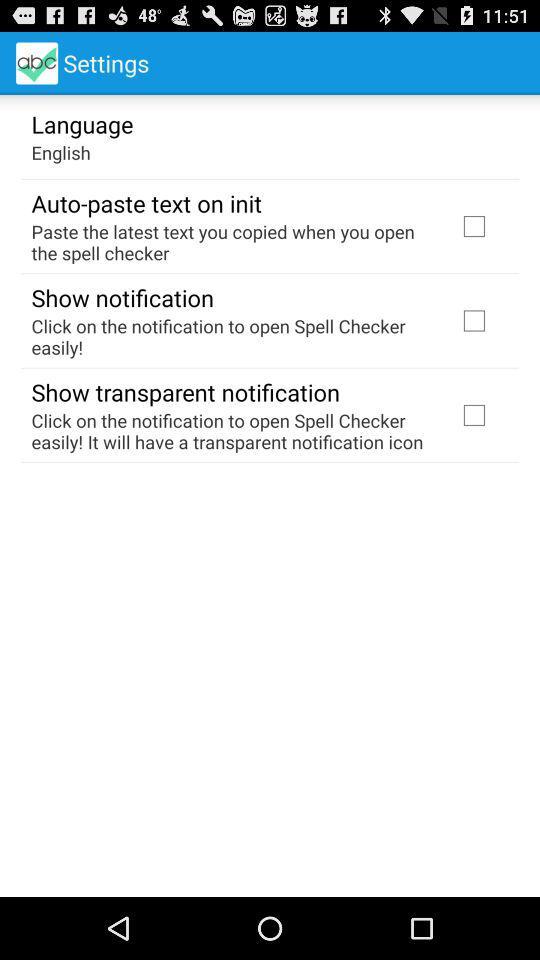 The width and height of the screenshot is (540, 960). I want to click on language item, so click(81, 122).